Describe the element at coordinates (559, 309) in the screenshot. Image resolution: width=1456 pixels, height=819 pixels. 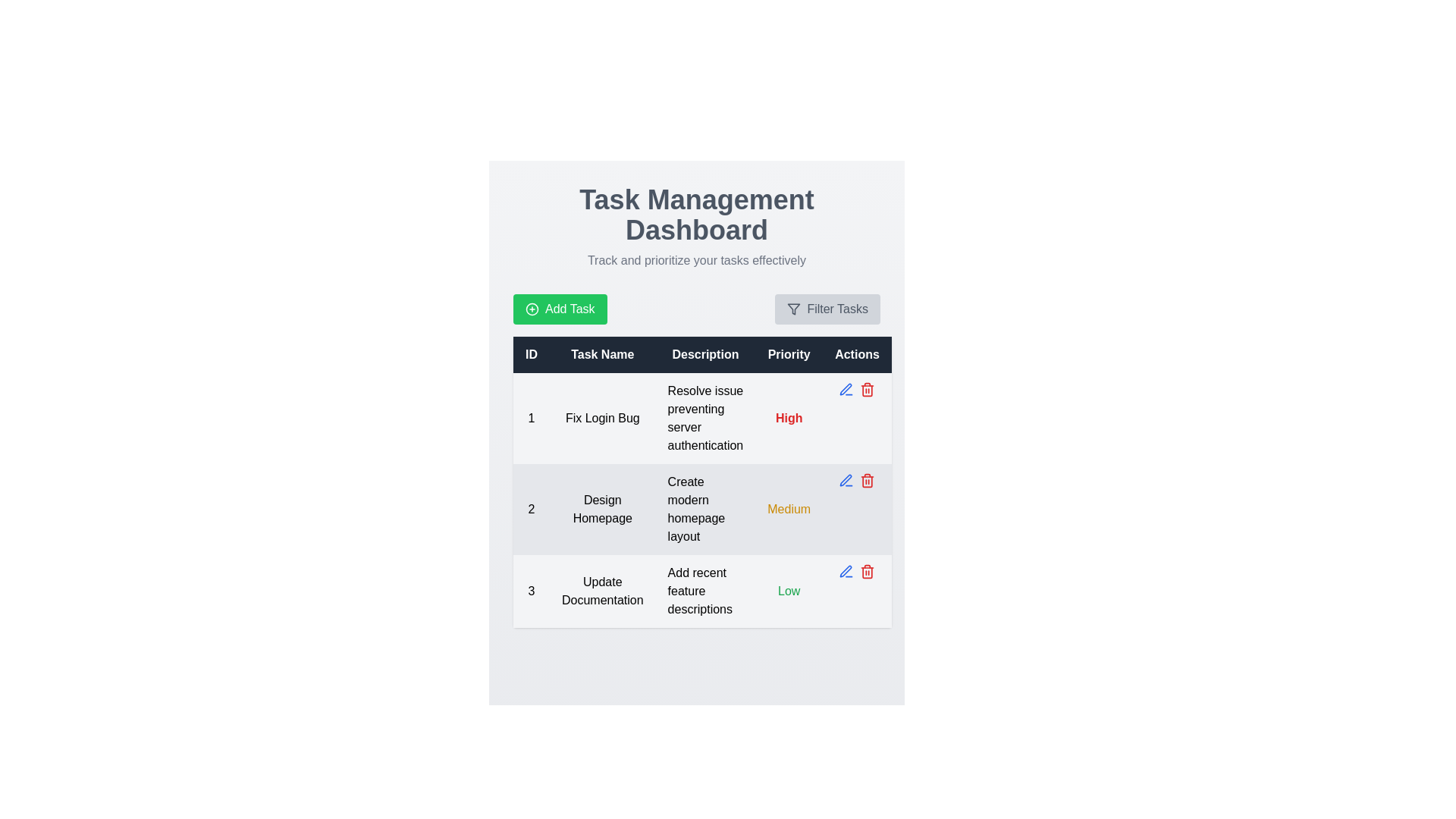
I see `the 'Add Task' button located in the top left section of the dashboard, positioned to the left of the 'Filter Tasks' button` at that location.